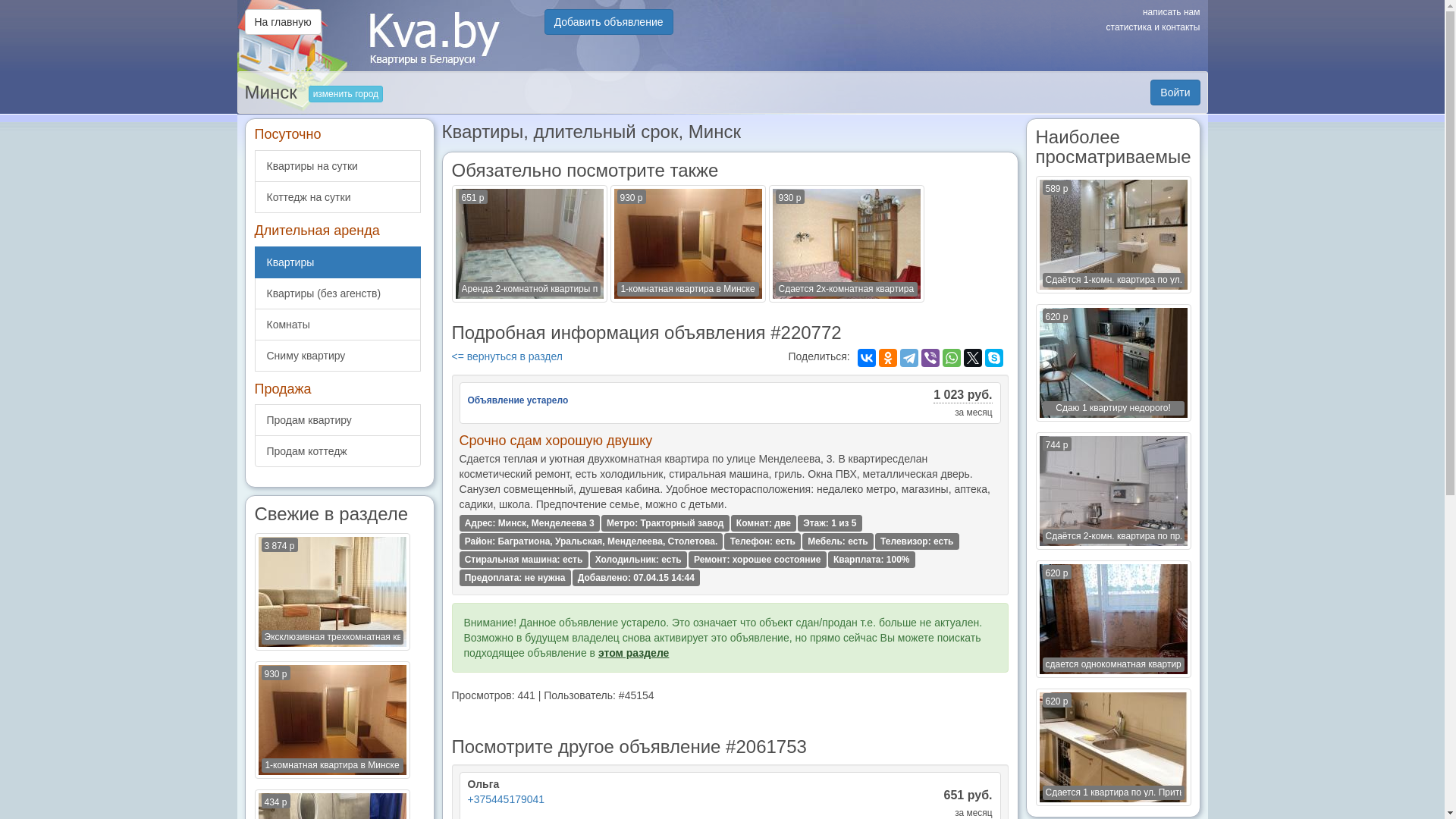  I want to click on 'Skype', so click(993, 357).